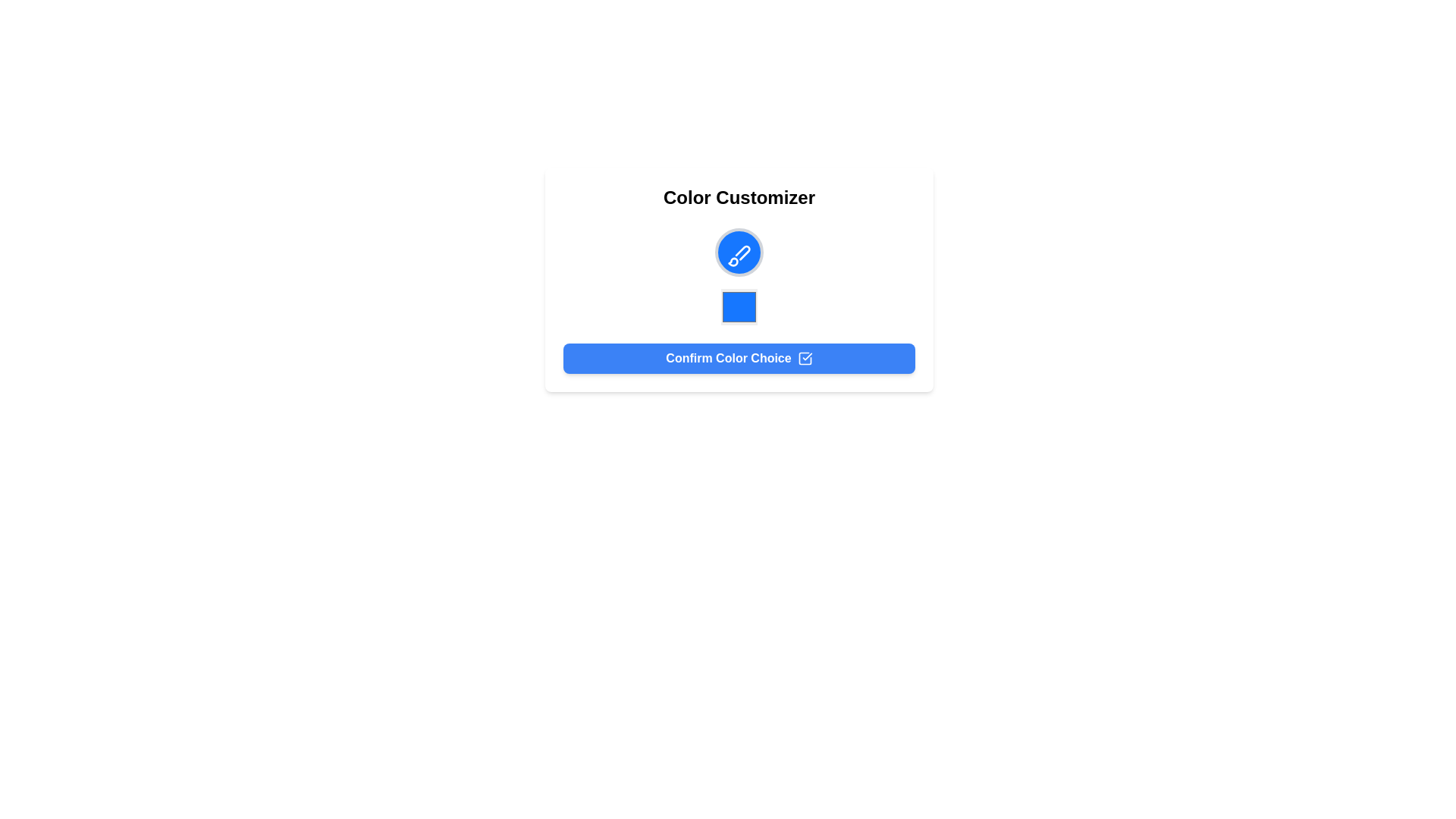  What do you see at coordinates (739, 251) in the screenshot?
I see `the decorative color-related icon positioned at the top center of the vertical list, above the square color preview and button` at bounding box center [739, 251].